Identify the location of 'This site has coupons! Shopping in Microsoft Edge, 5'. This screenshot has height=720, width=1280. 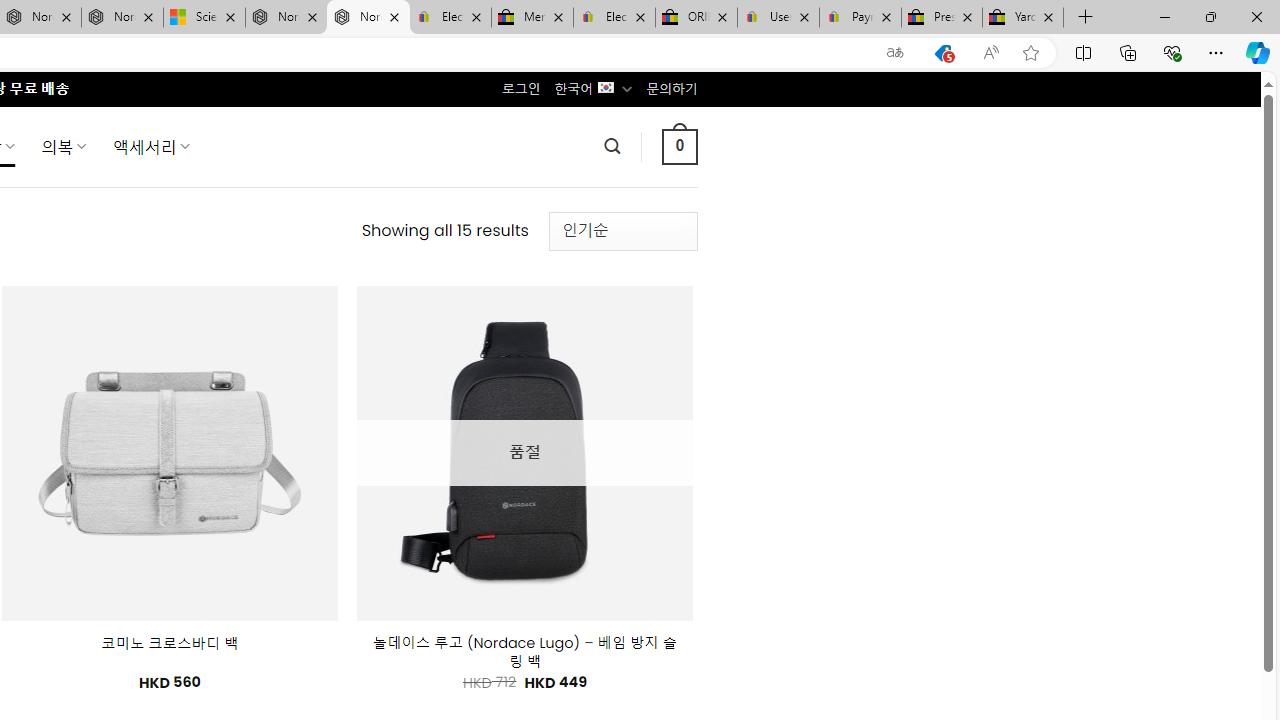
(942, 52).